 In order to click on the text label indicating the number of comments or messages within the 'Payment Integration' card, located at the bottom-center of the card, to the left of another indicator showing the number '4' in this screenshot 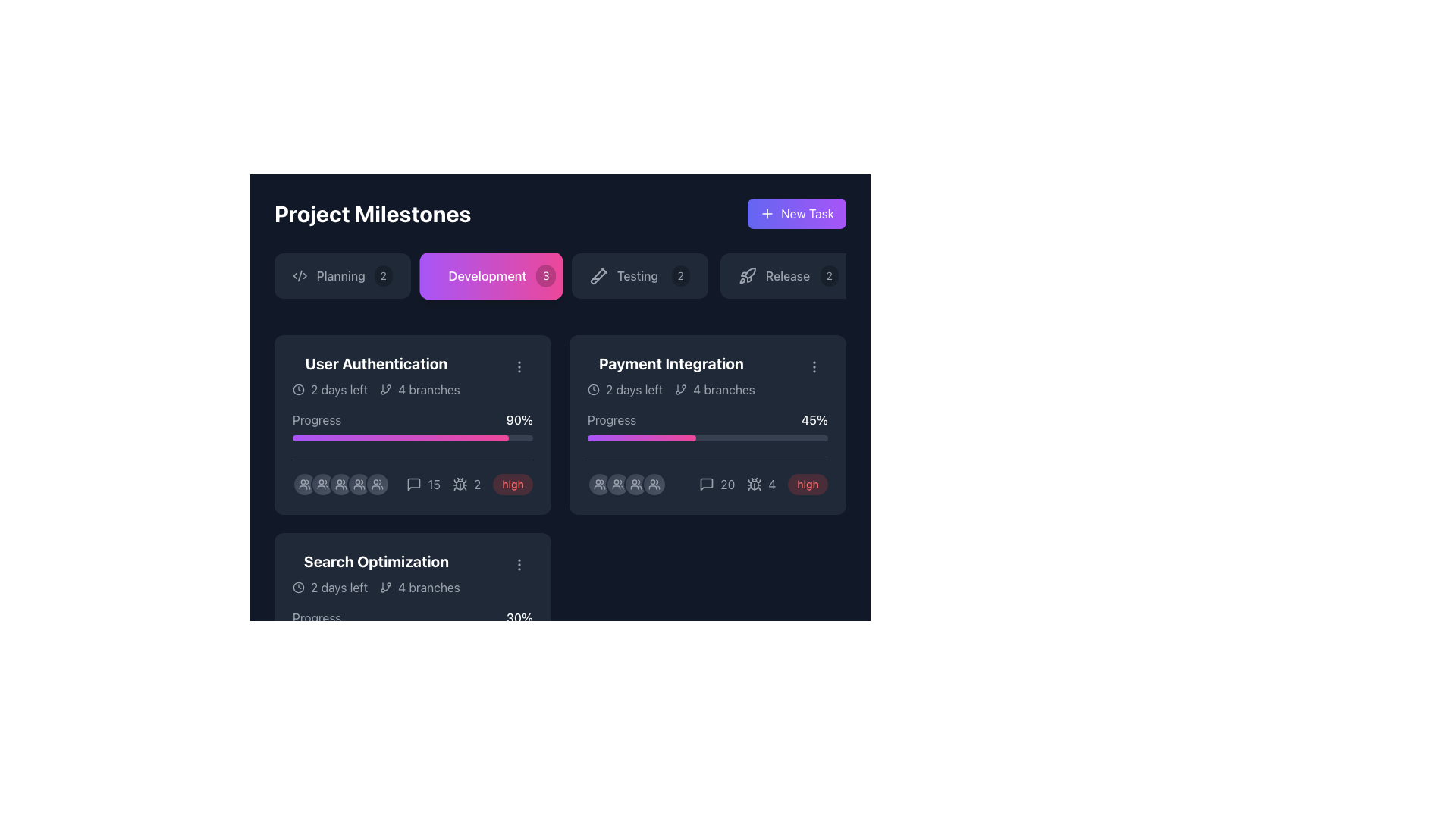, I will do `click(716, 485)`.